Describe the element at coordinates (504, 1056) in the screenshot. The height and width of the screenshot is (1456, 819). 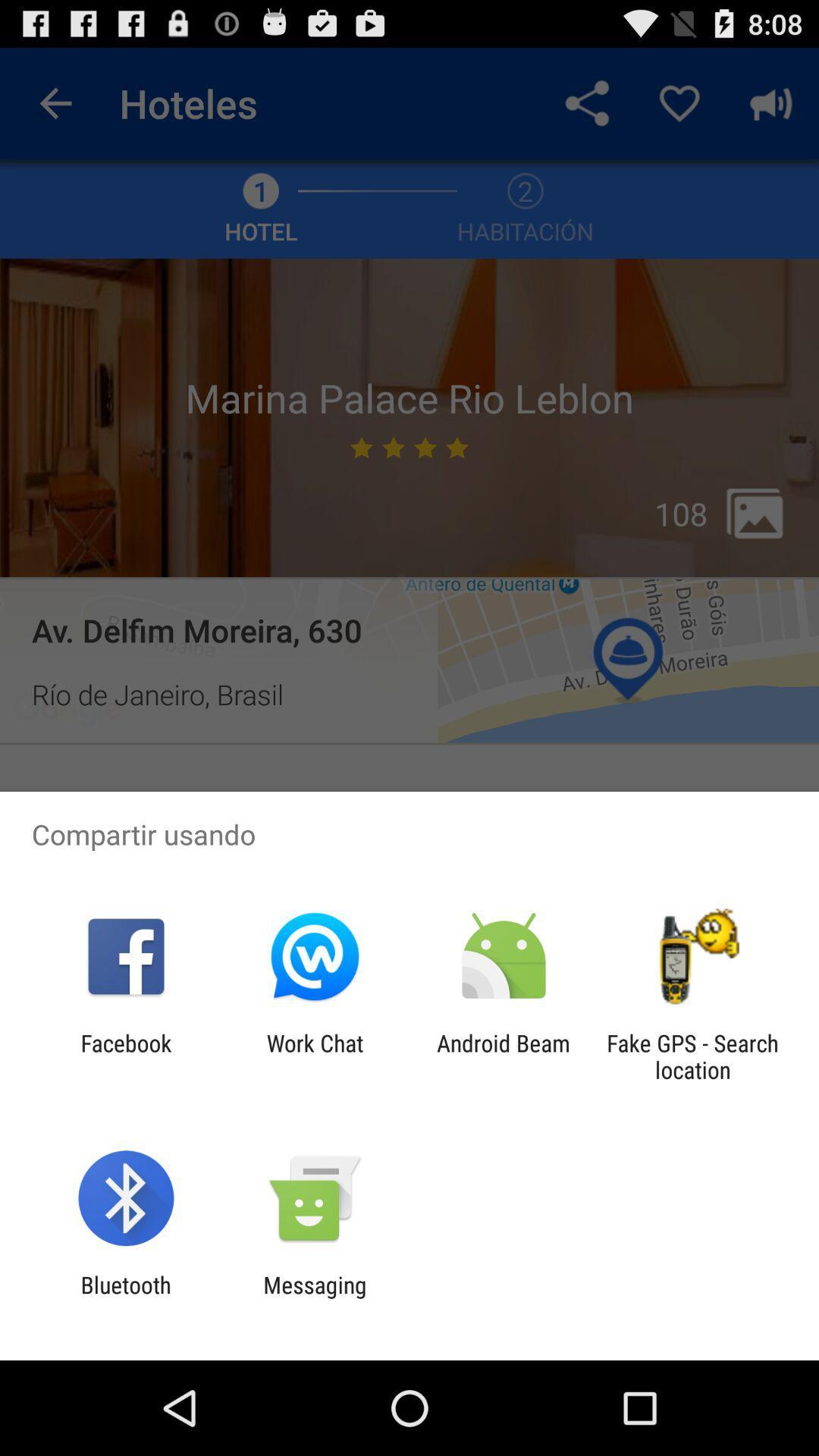
I see `the android beam icon` at that location.